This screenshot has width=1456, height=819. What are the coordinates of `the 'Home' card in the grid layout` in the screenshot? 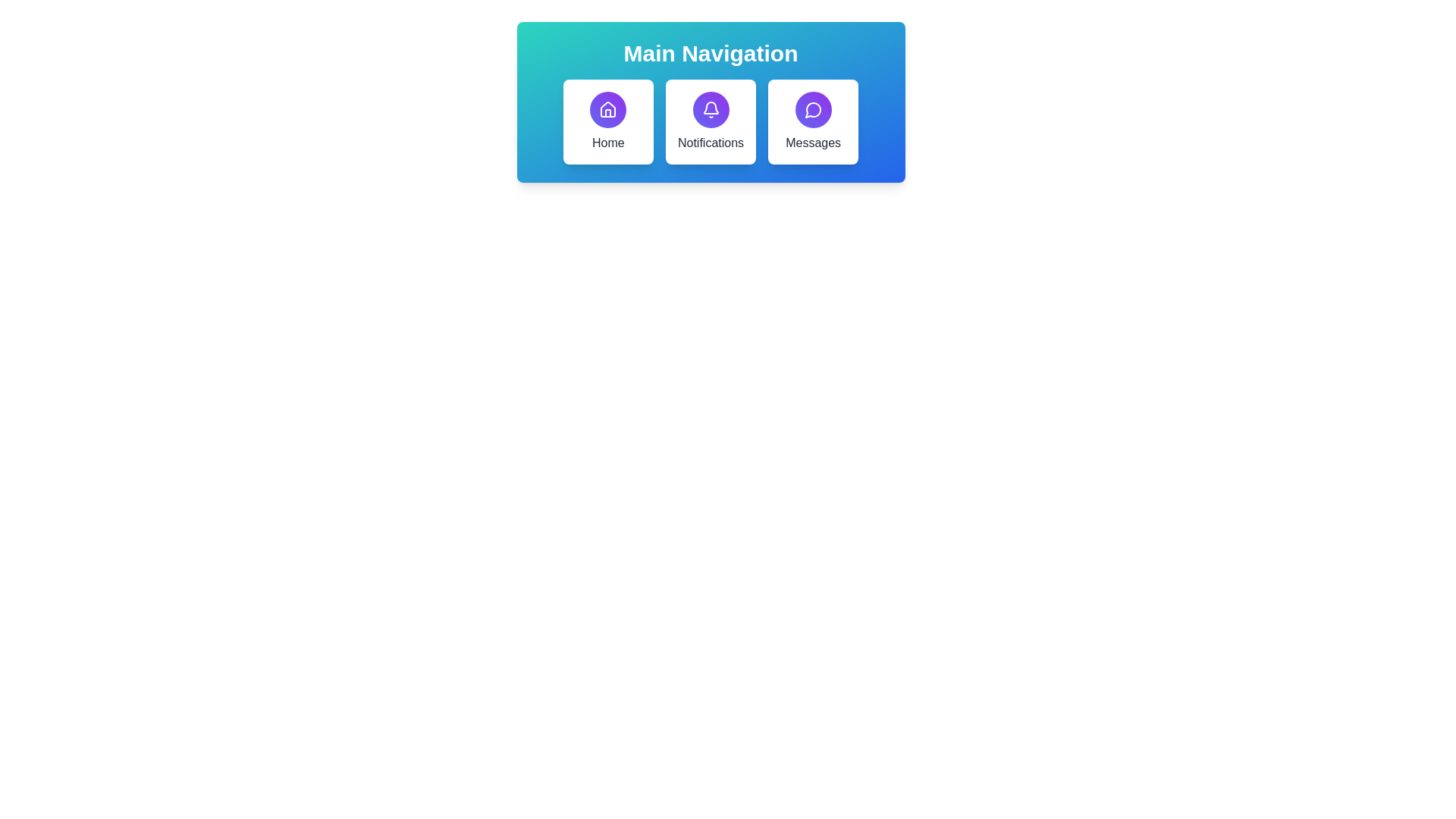 It's located at (710, 121).